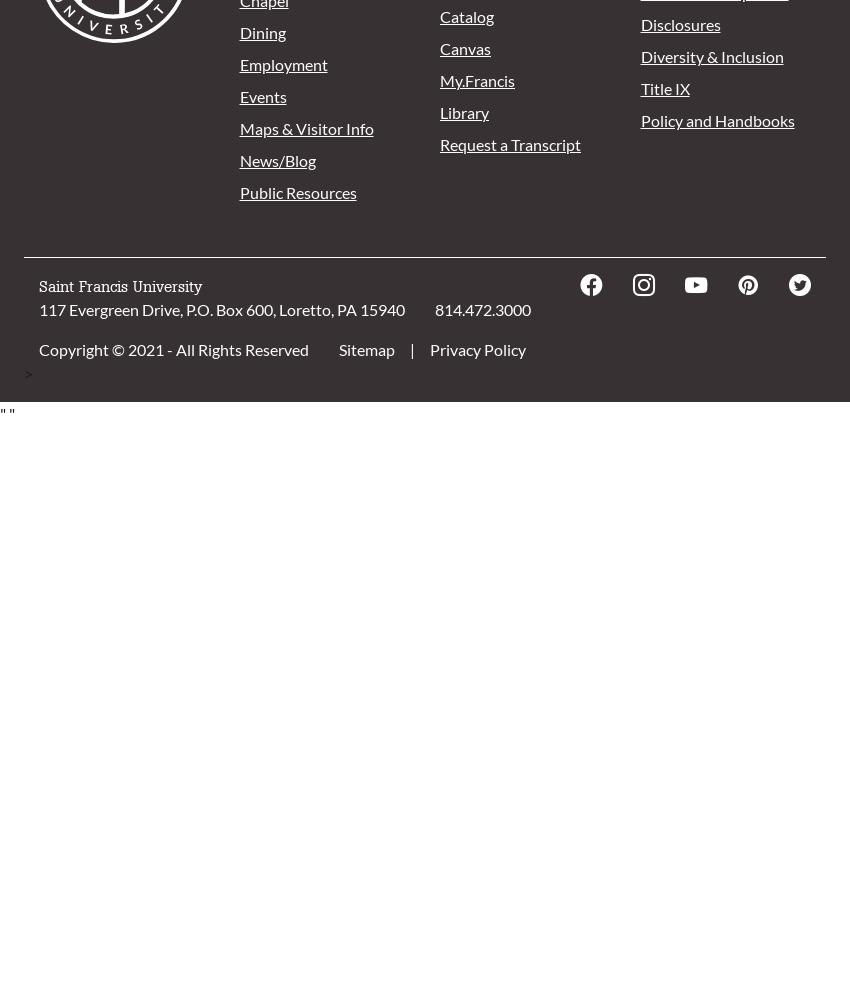 This screenshot has height=1000, width=850. Describe the element at coordinates (281, 63) in the screenshot. I see `'Employment'` at that location.